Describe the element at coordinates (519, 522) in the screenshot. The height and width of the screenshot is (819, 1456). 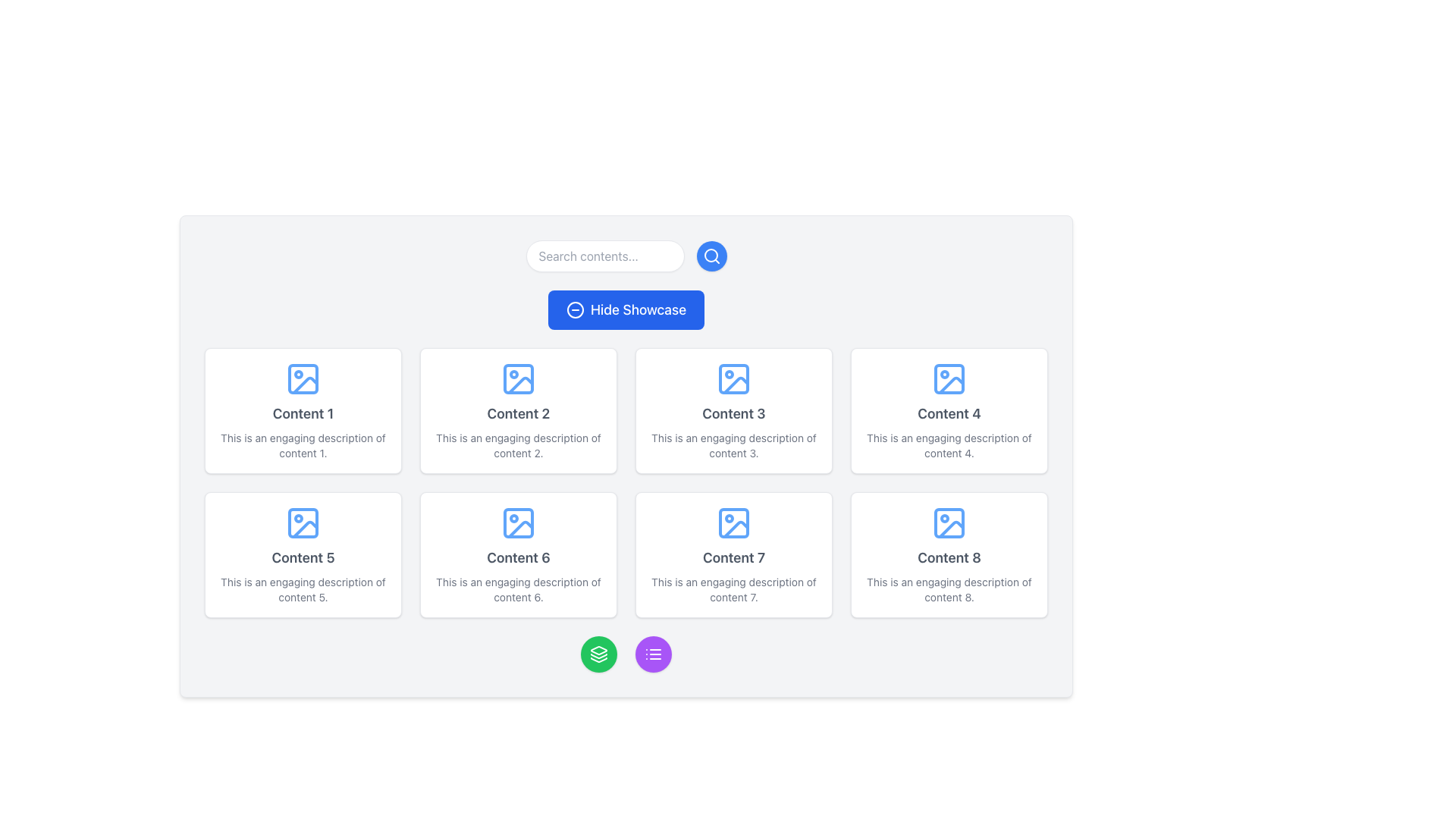
I see `the Decorative rectangle located in the top-left corner of the image icon associated with the 'Content 6' section` at that location.